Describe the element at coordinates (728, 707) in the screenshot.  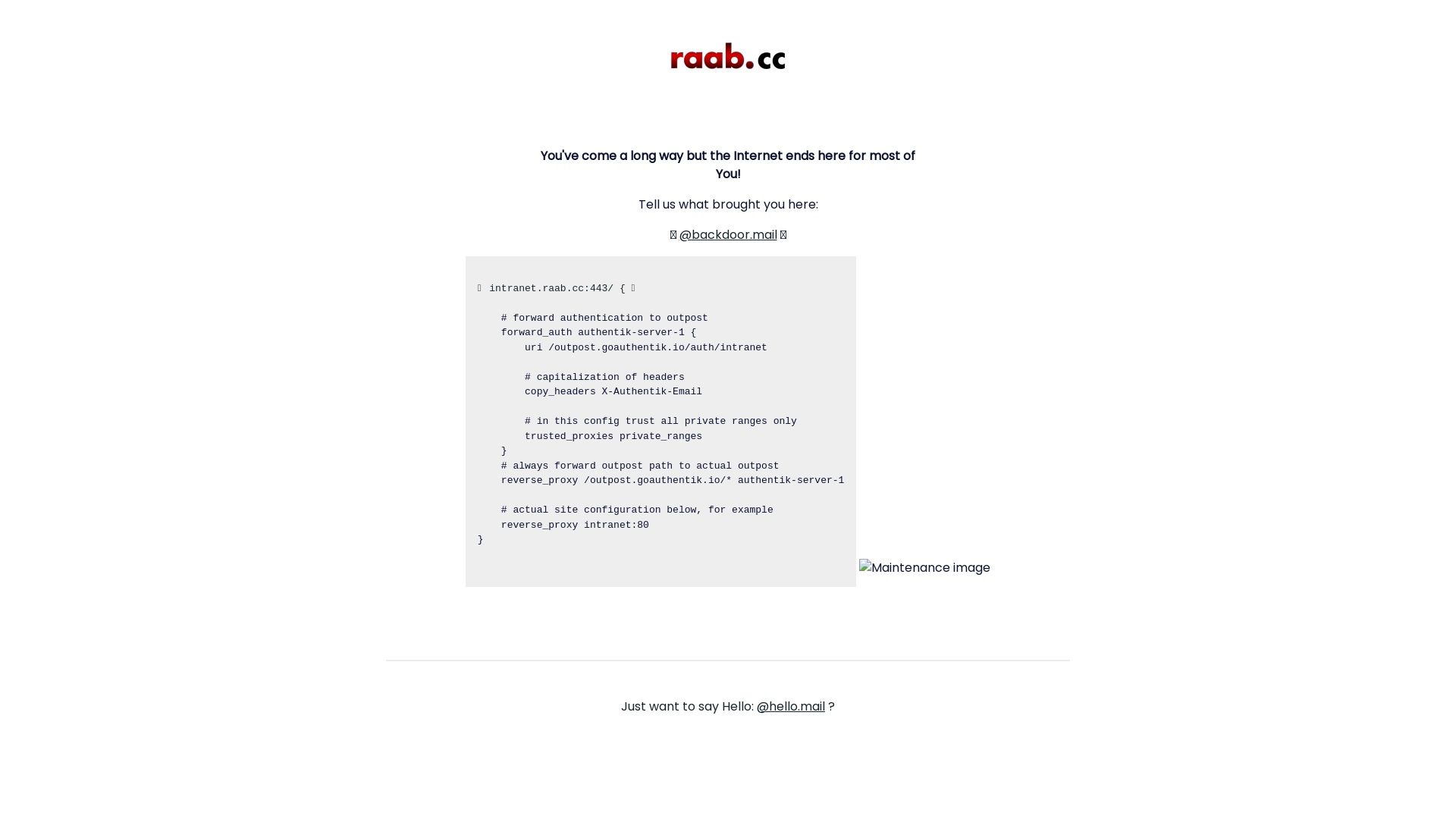
I see `'Just want to say Hello: @hello.mail ?'` at that location.